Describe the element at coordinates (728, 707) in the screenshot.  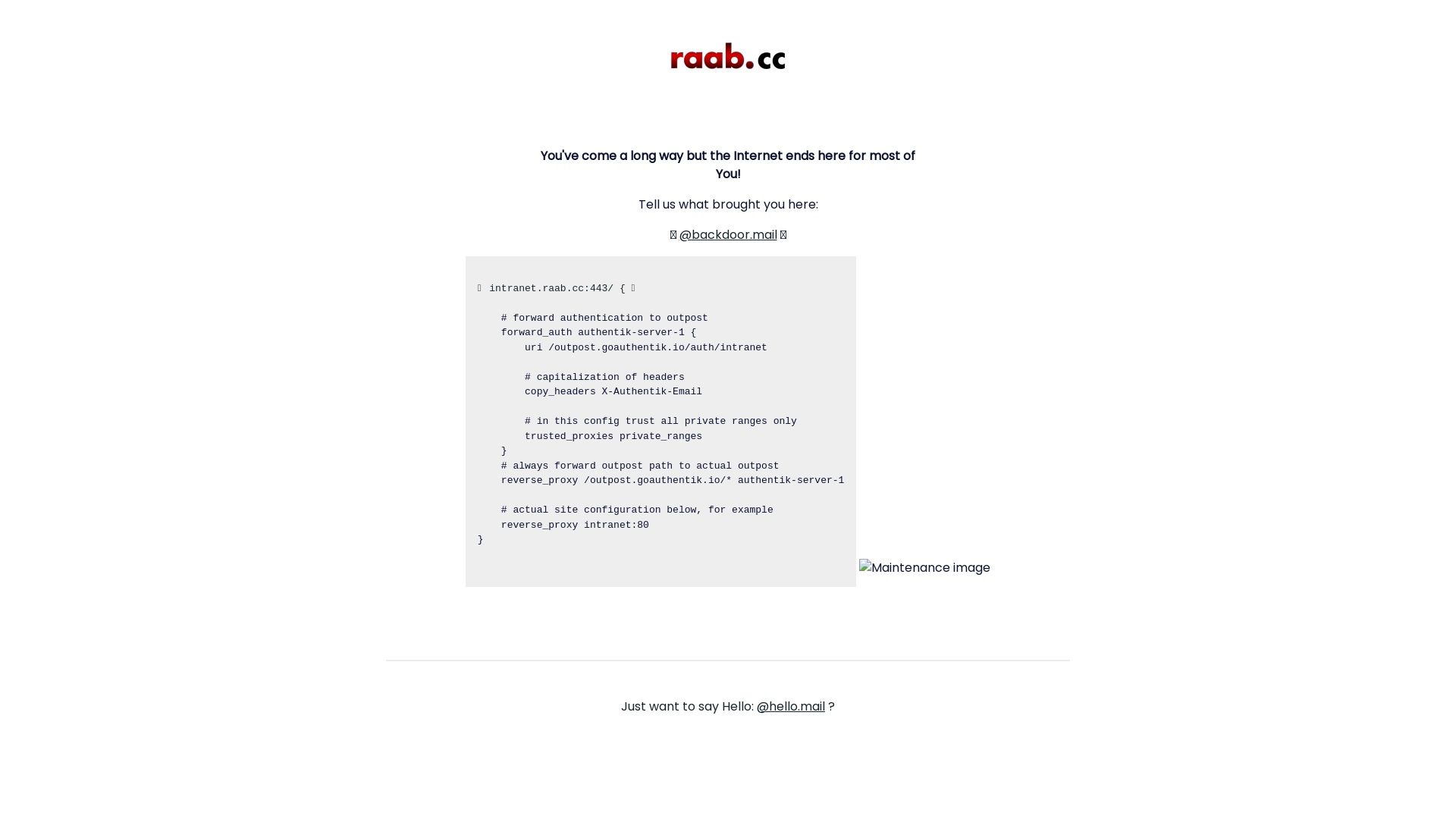
I see `'Just want to say Hello: @hello.mail ?'` at that location.